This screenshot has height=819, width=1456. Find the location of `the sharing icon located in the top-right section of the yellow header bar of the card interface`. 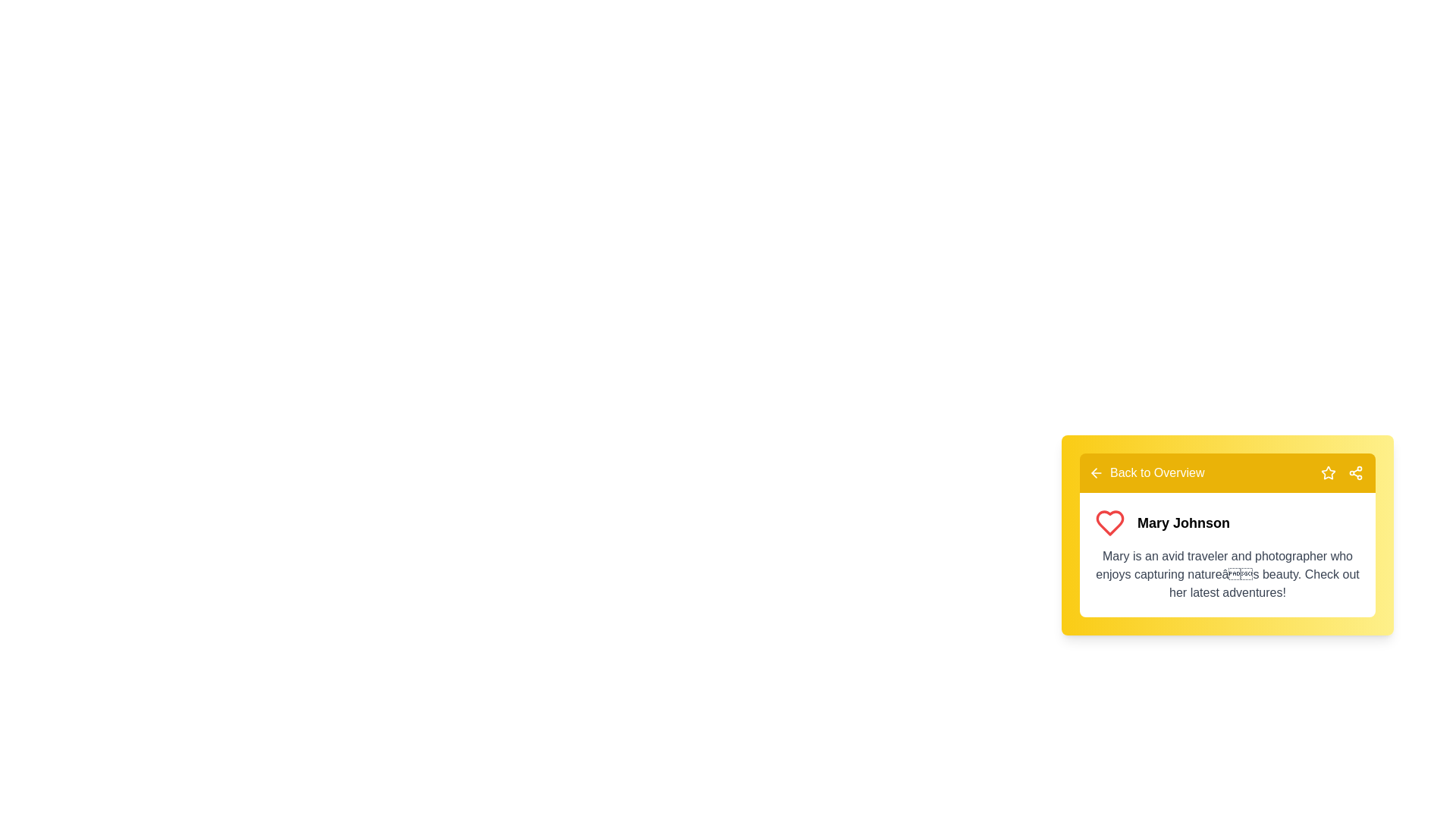

the sharing icon located in the top-right section of the yellow header bar of the card interface is located at coordinates (1356, 472).